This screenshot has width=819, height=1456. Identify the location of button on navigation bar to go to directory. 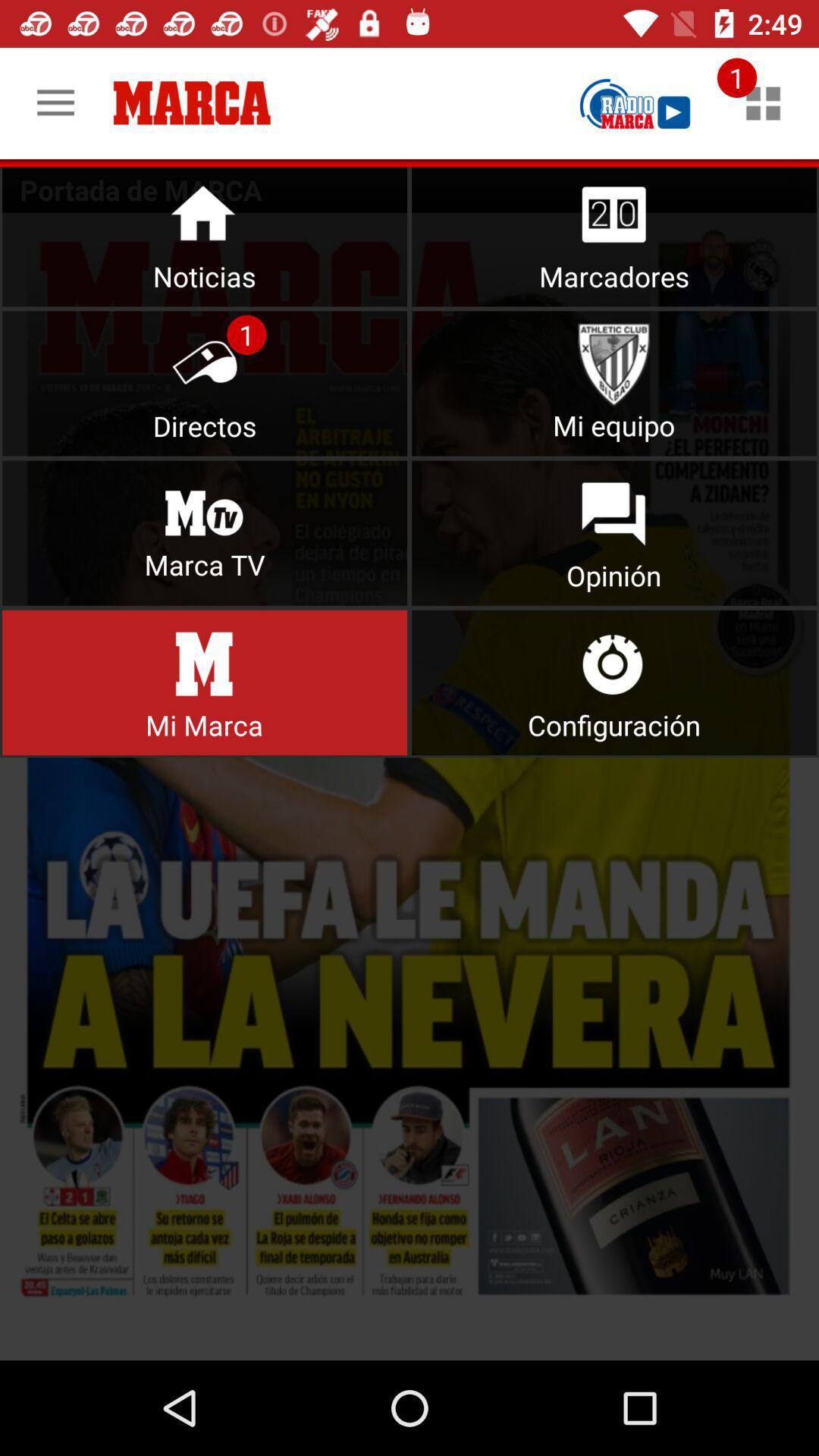
(205, 383).